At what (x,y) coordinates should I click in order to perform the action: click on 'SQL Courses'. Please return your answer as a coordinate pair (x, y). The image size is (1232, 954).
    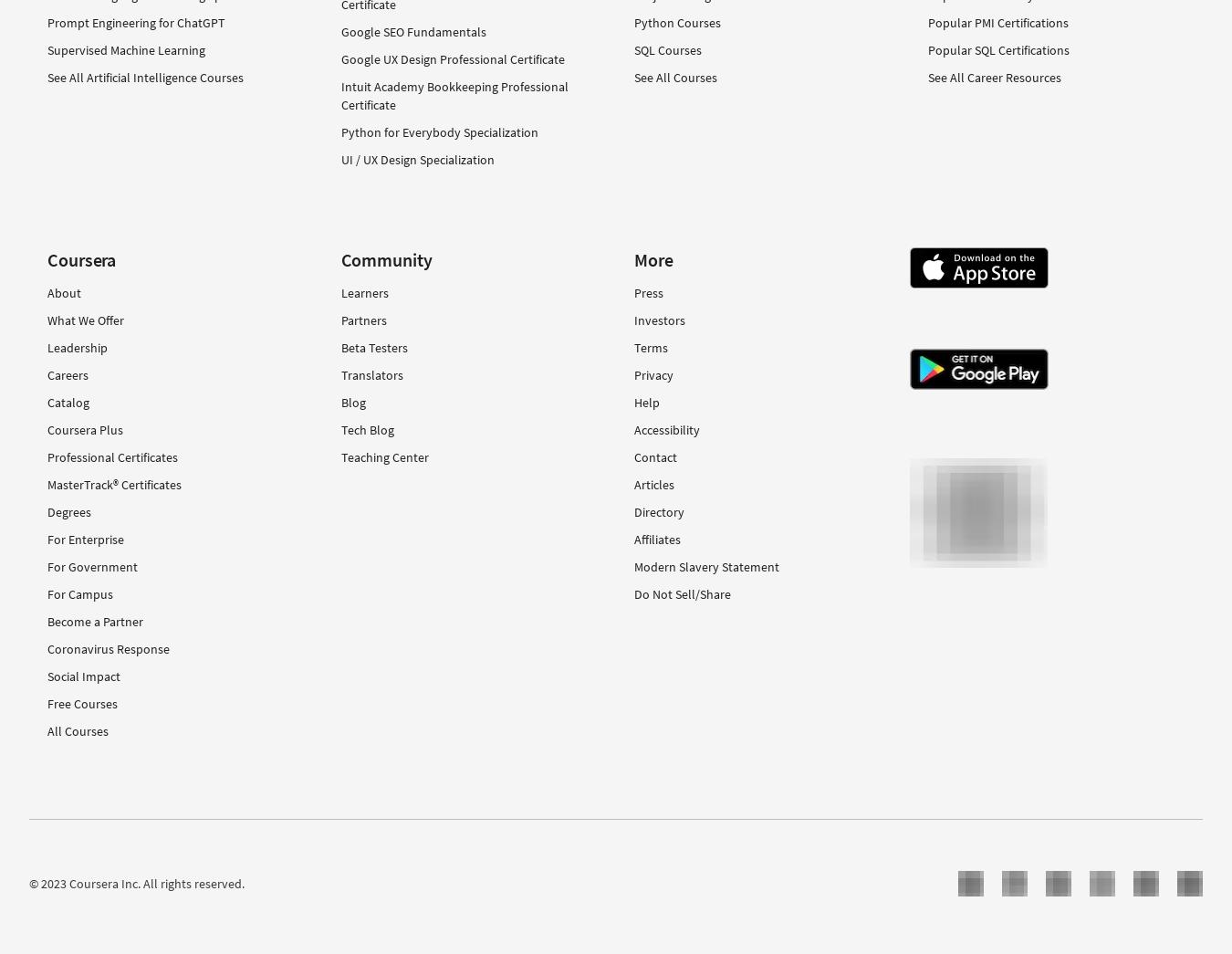
    Looking at the image, I should click on (666, 48).